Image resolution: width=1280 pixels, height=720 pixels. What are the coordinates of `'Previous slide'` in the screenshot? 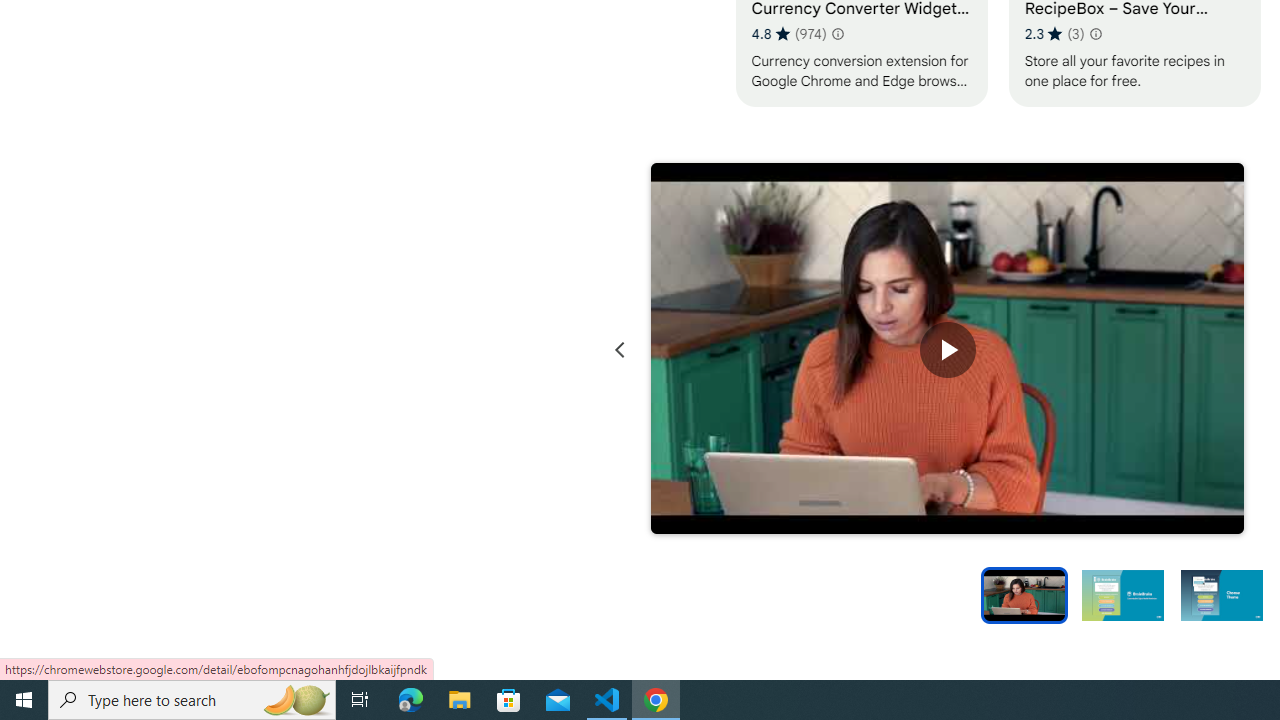 It's located at (618, 349).